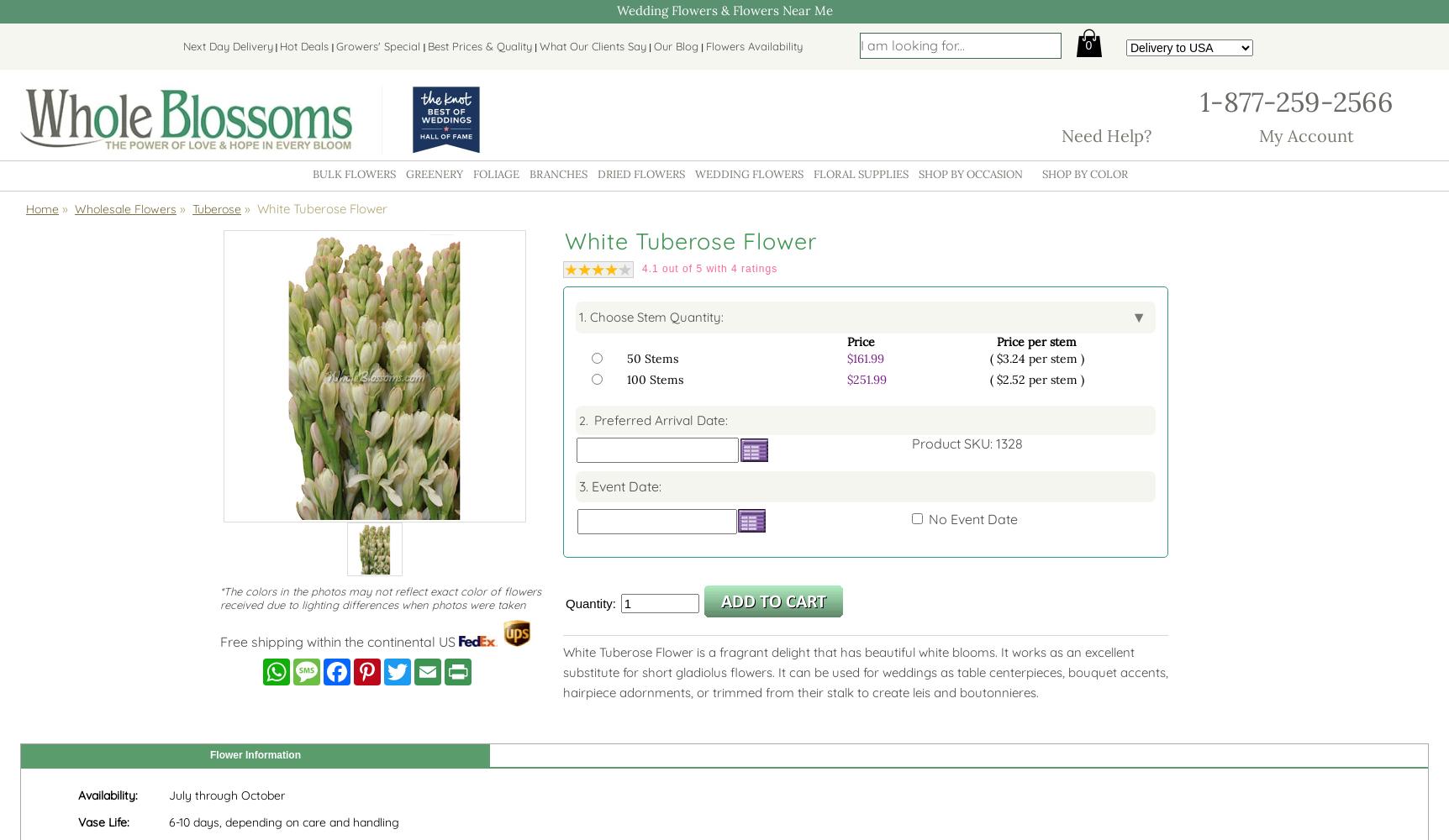  I want to click on '1. Choose Stem Quantity:', so click(651, 316).